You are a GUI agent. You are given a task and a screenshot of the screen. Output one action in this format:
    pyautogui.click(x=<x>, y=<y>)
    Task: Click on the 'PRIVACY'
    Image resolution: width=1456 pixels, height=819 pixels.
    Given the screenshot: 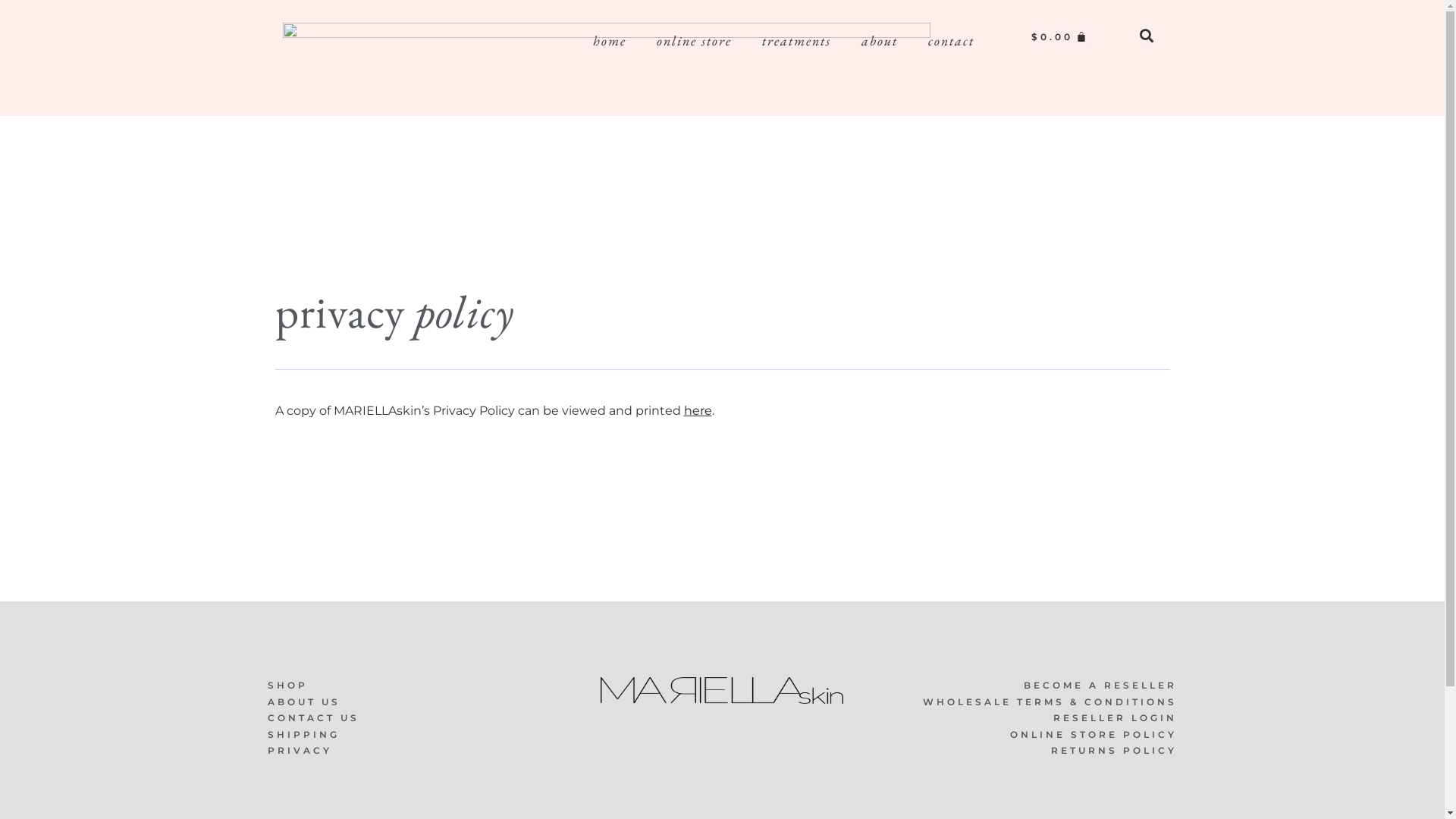 What is the action you would take?
    pyautogui.click(x=419, y=751)
    